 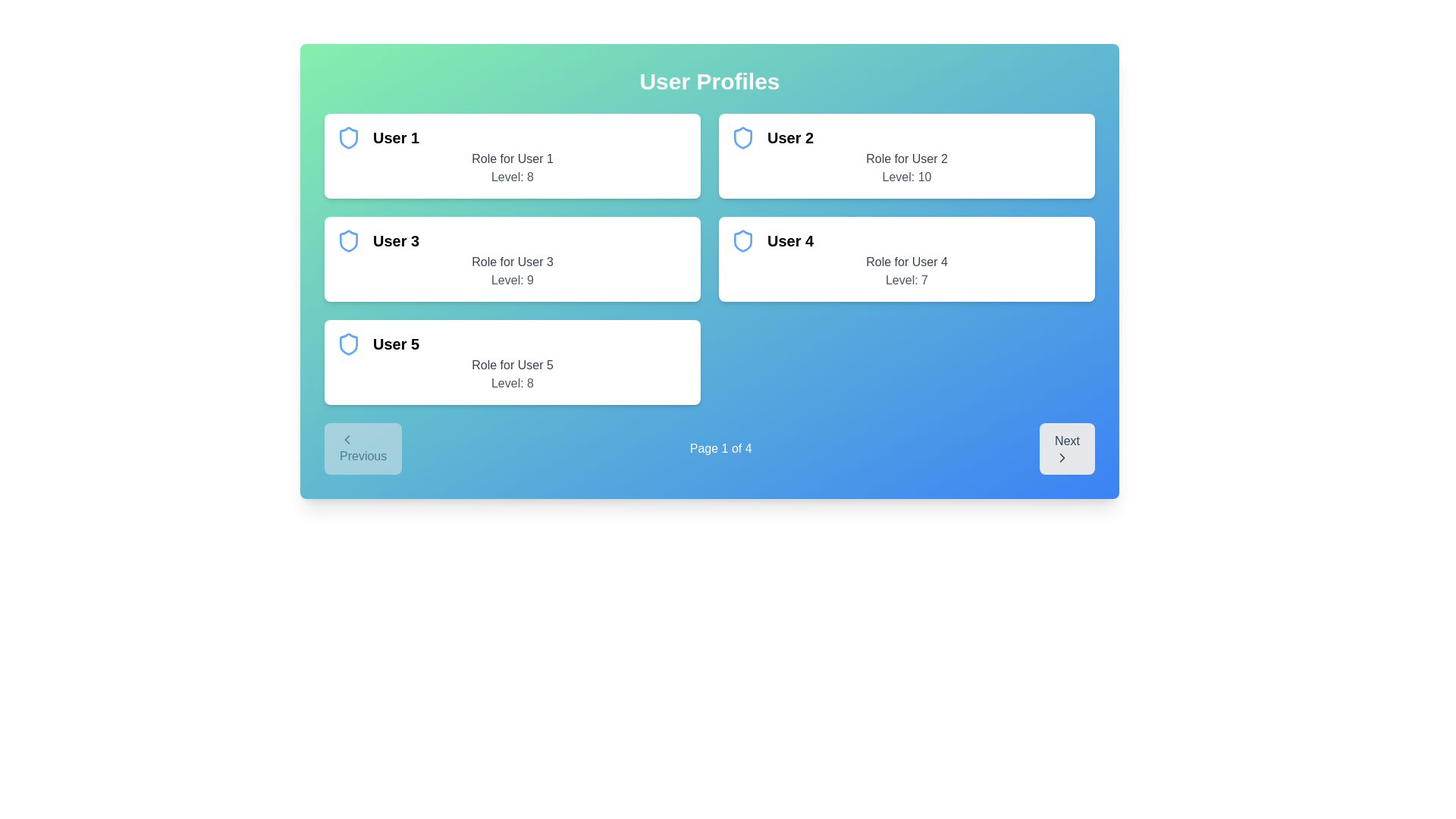 What do you see at coordinates (742, 240) in the screenshot?
I see `the security icon located to the left of the user's name in the 'User 4' card` at bounding box center [742, 240].